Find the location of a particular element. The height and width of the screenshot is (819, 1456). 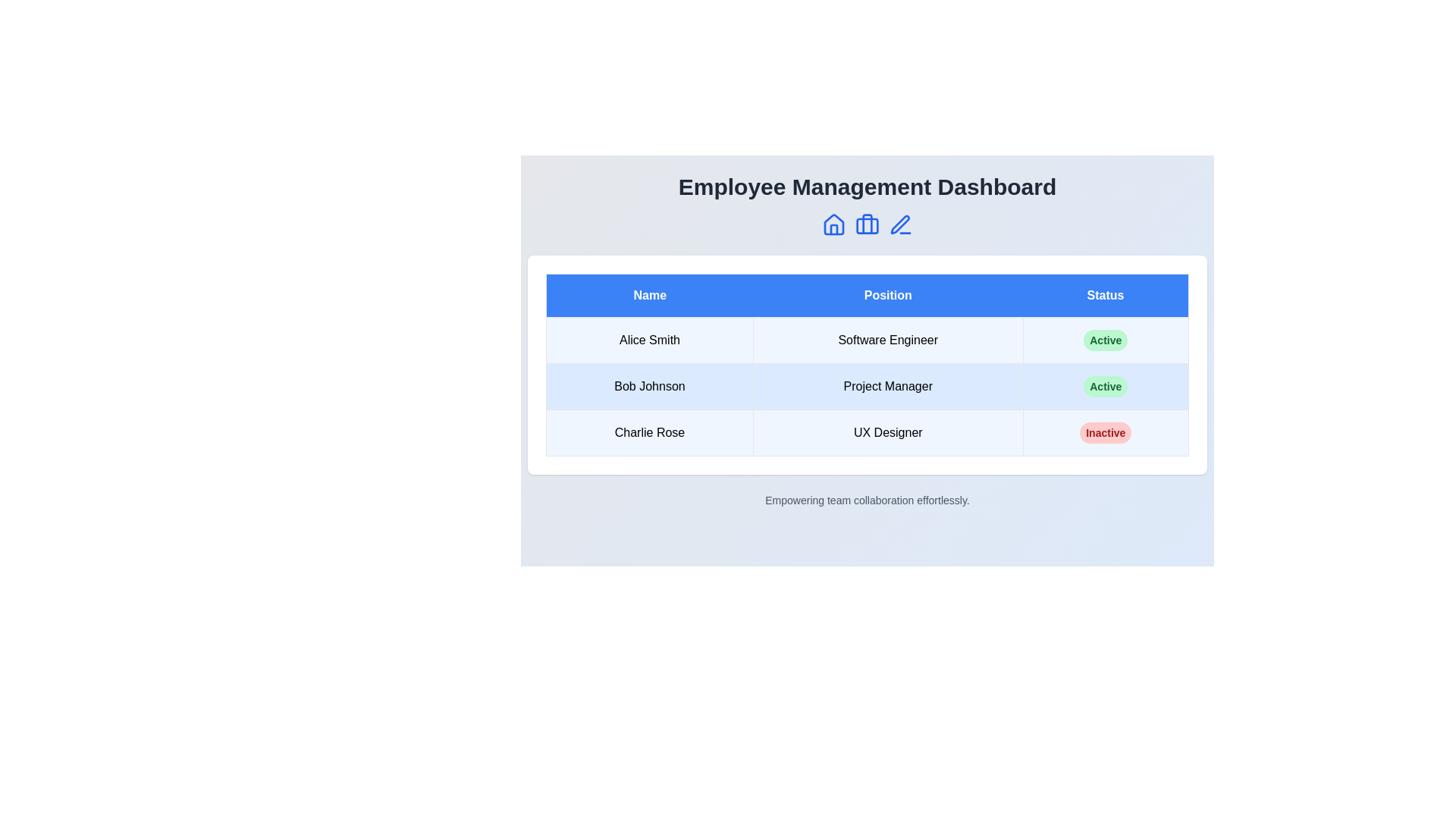

the second row of the employee table in the 'Employee Management Dashboard' is located at coordinates (867, 385).